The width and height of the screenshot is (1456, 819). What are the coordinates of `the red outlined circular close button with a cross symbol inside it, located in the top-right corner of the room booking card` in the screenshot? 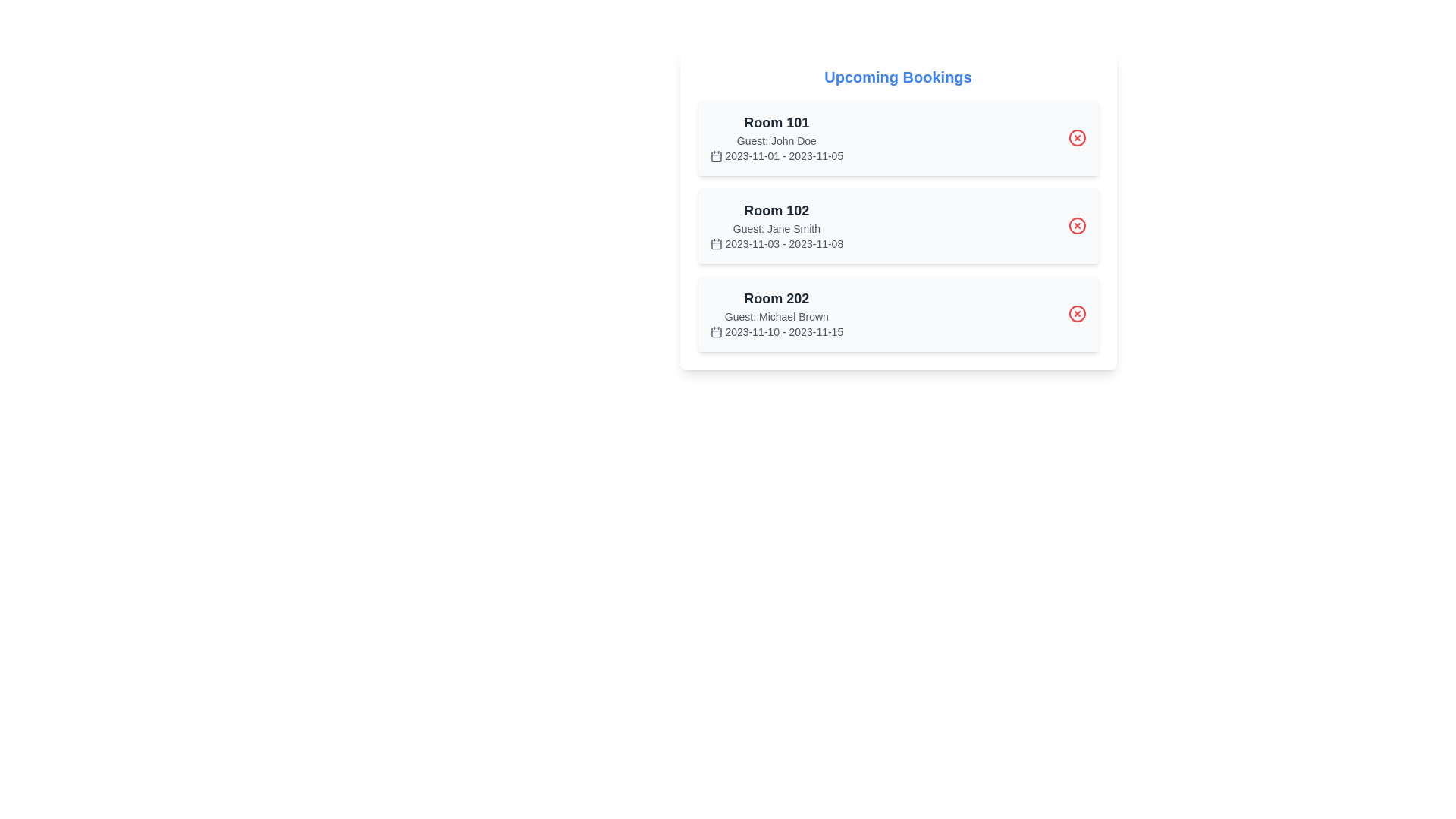 It's located at (1076, 312).